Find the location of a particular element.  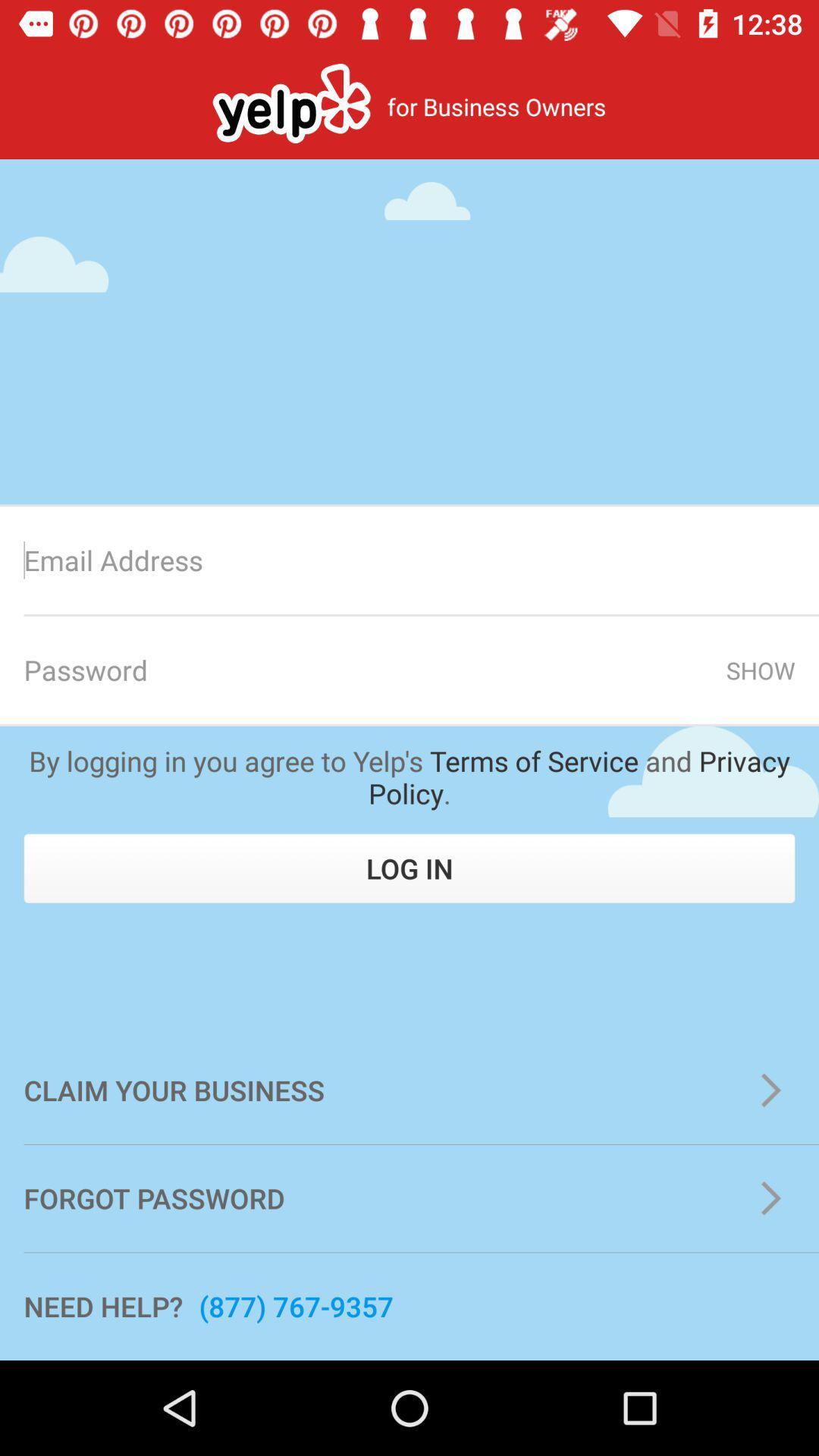

show item is located at coordinates (761, 669).